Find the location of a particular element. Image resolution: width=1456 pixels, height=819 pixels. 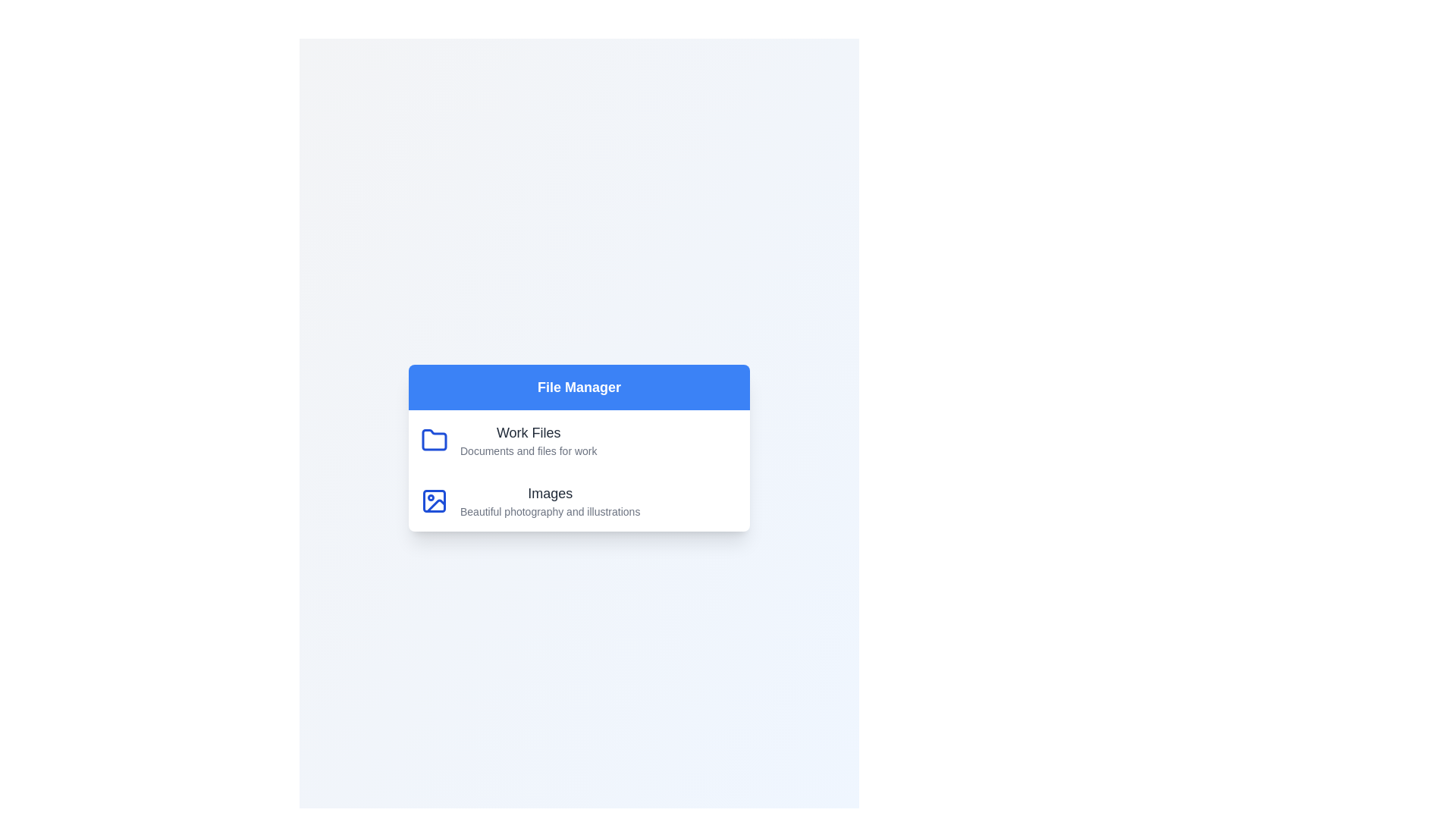

the icon of the category Work Files is located at coordinates (433, 441).